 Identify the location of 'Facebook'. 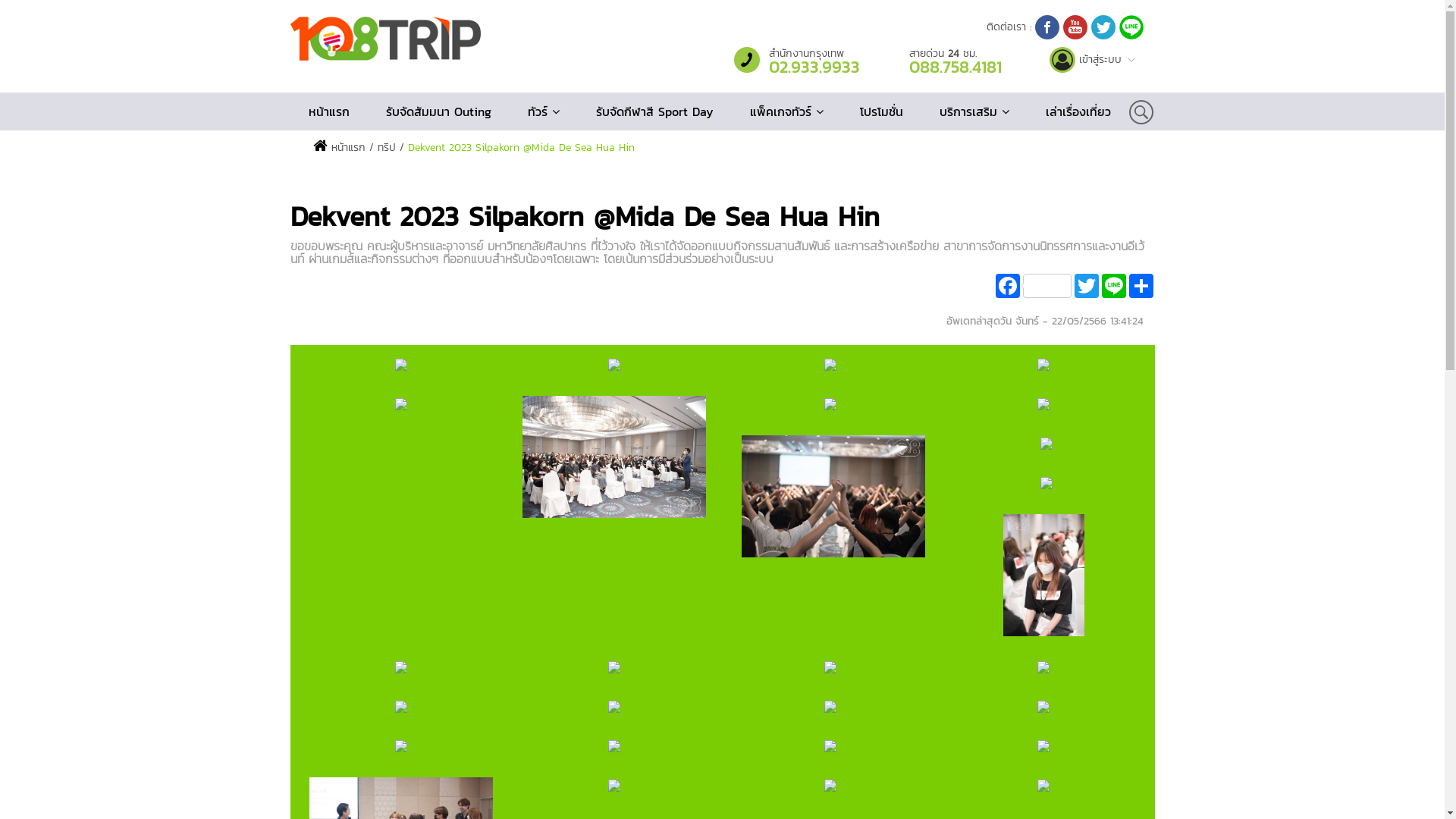
(1032, 286).